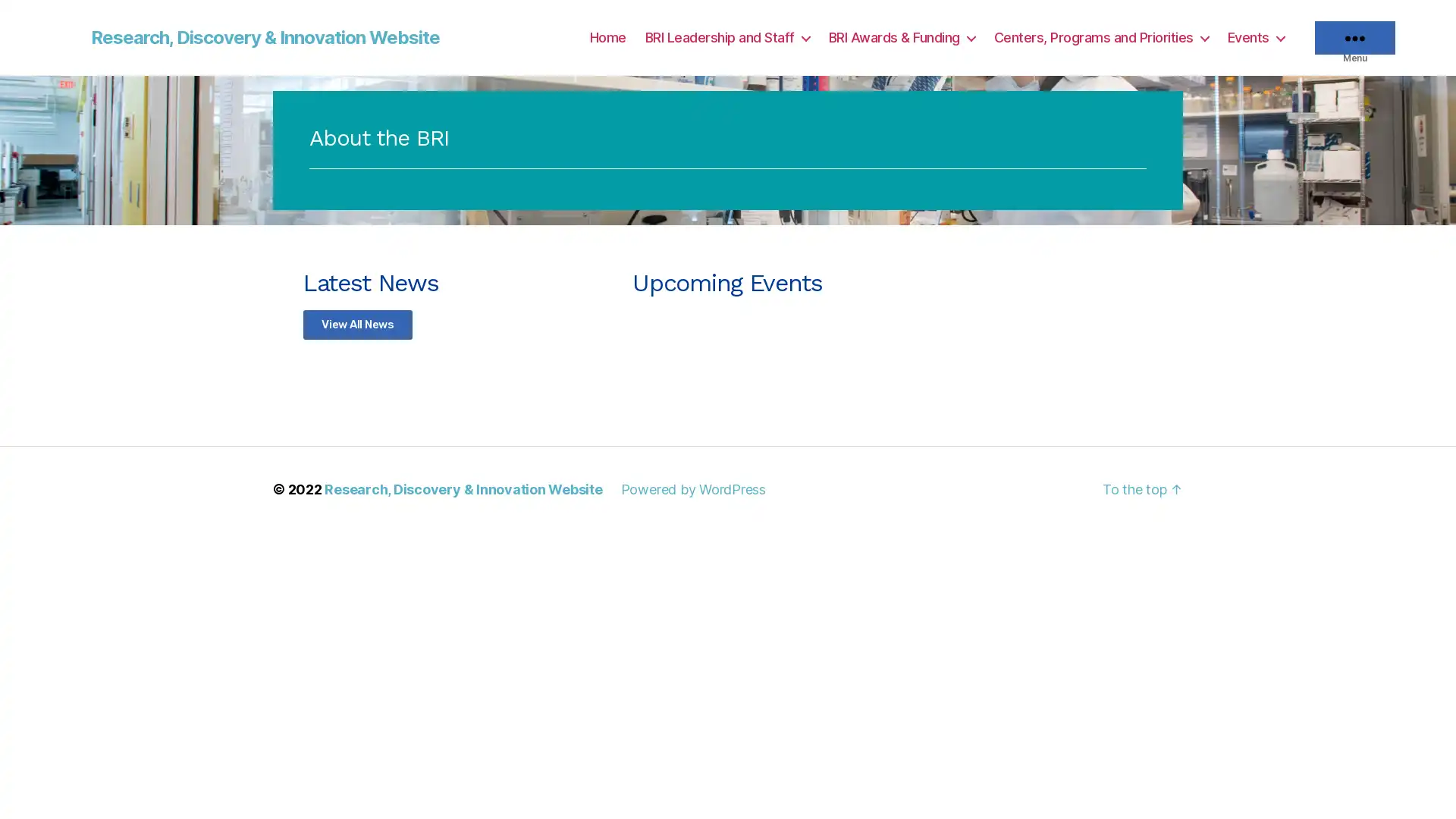  I want to click on View All News, so click(356, 323).